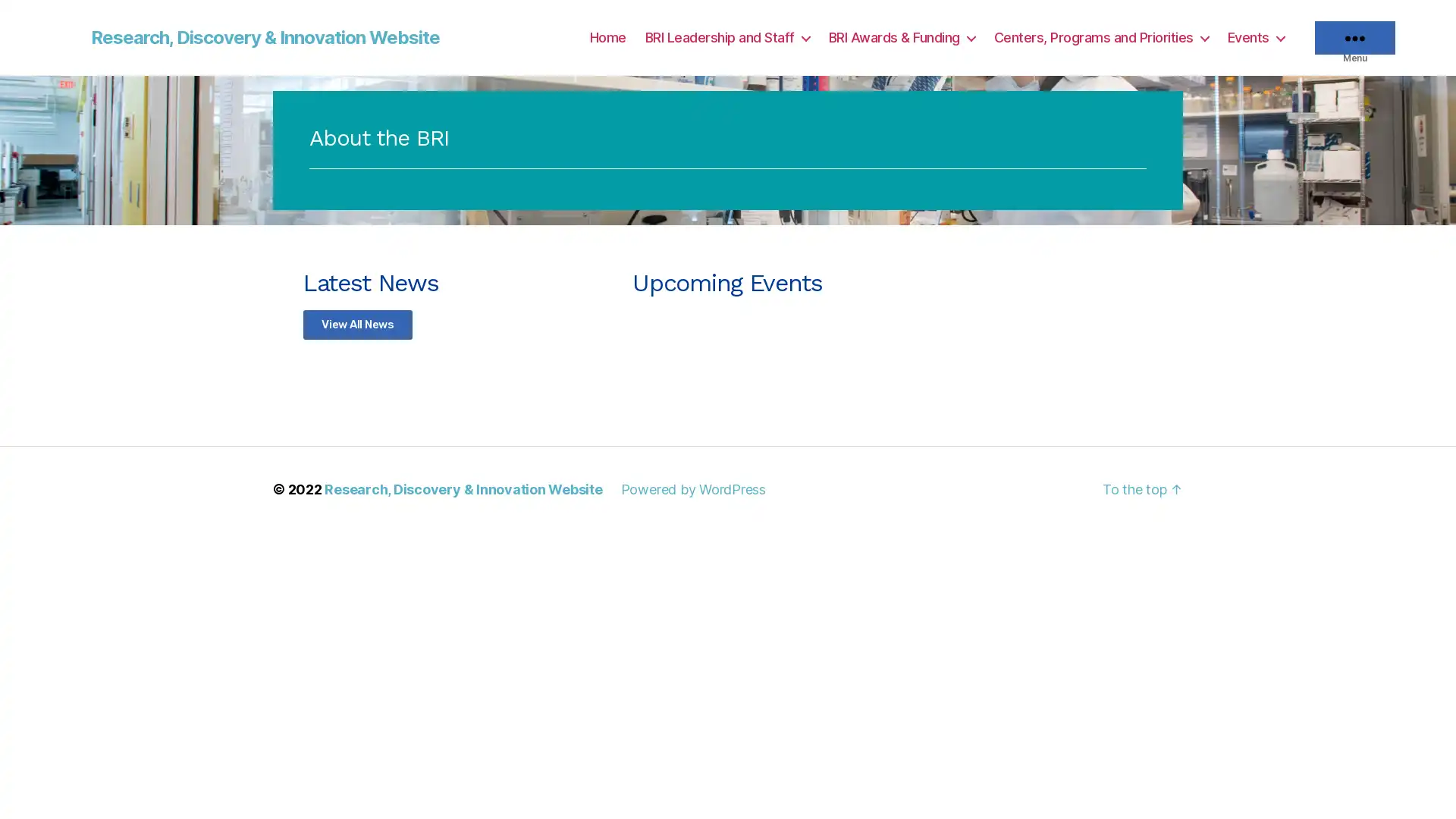  I want to click on View All News, so click(356, 323).